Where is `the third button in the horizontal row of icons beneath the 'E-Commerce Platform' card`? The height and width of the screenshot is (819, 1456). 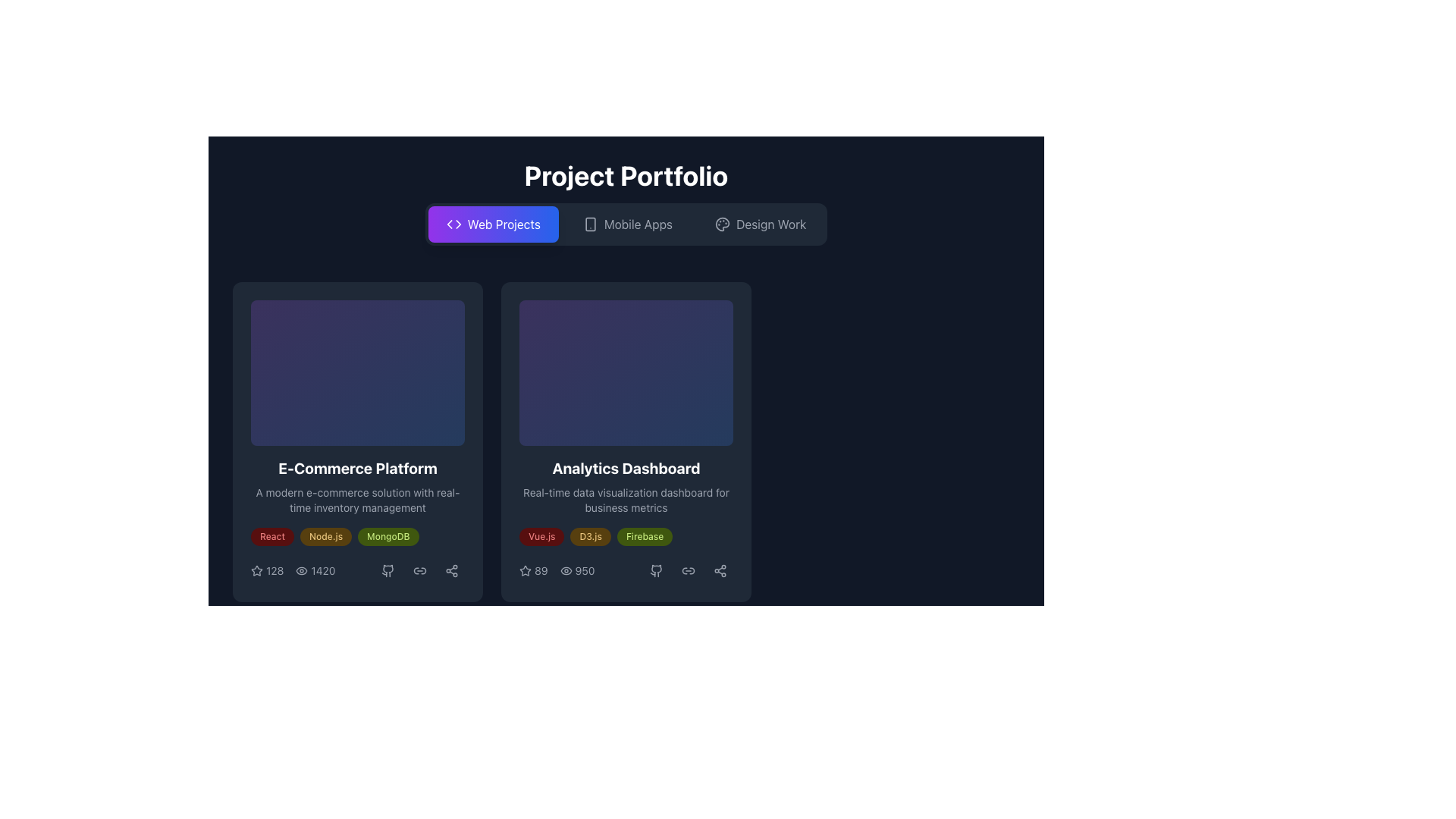
the third button in the horizontal row of icons beneath the 'E-Commerce Platform' card is located at coordinates (419, 570).